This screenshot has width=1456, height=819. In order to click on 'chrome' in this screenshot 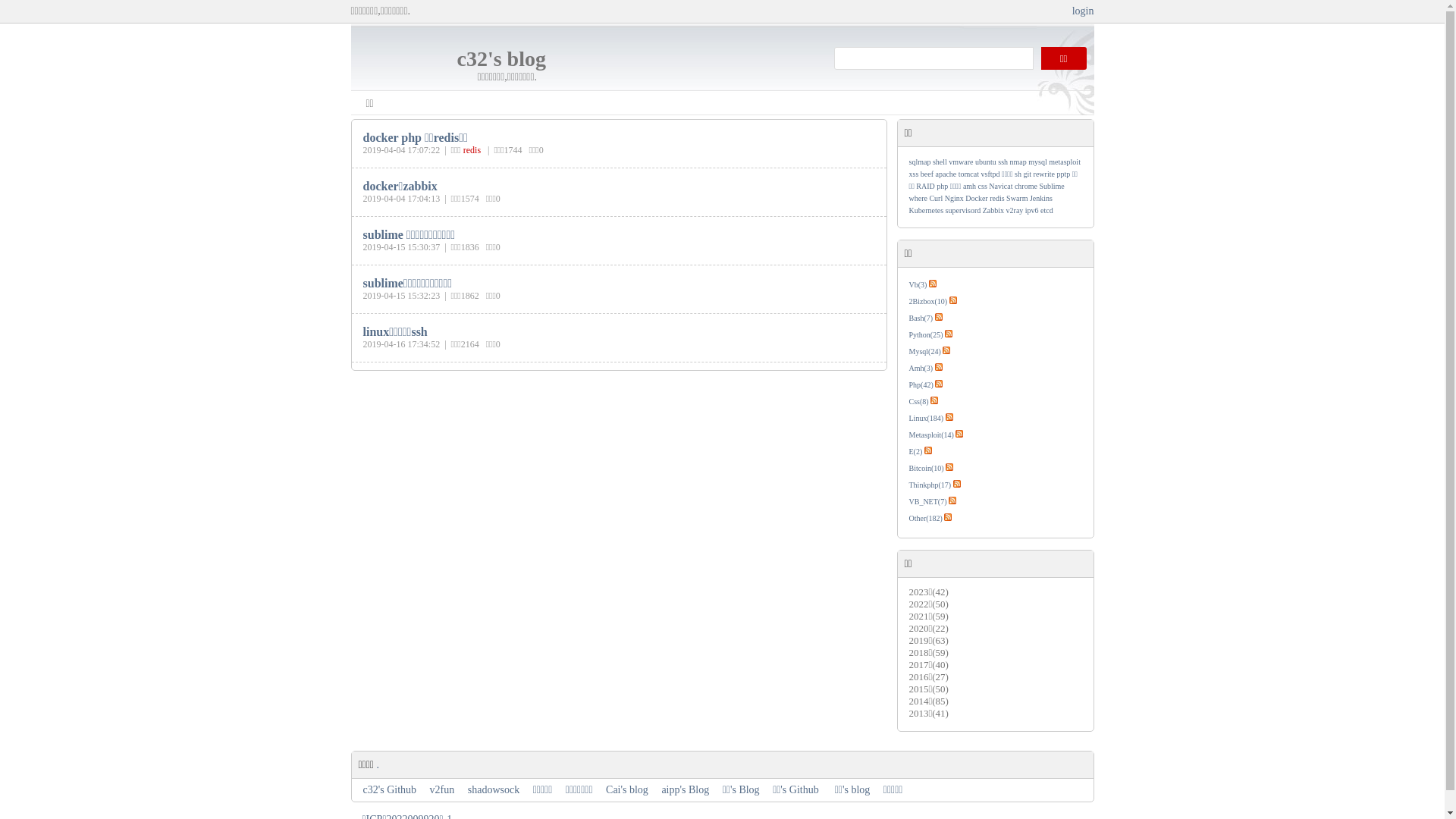, I will do `click(1015, 185)`.